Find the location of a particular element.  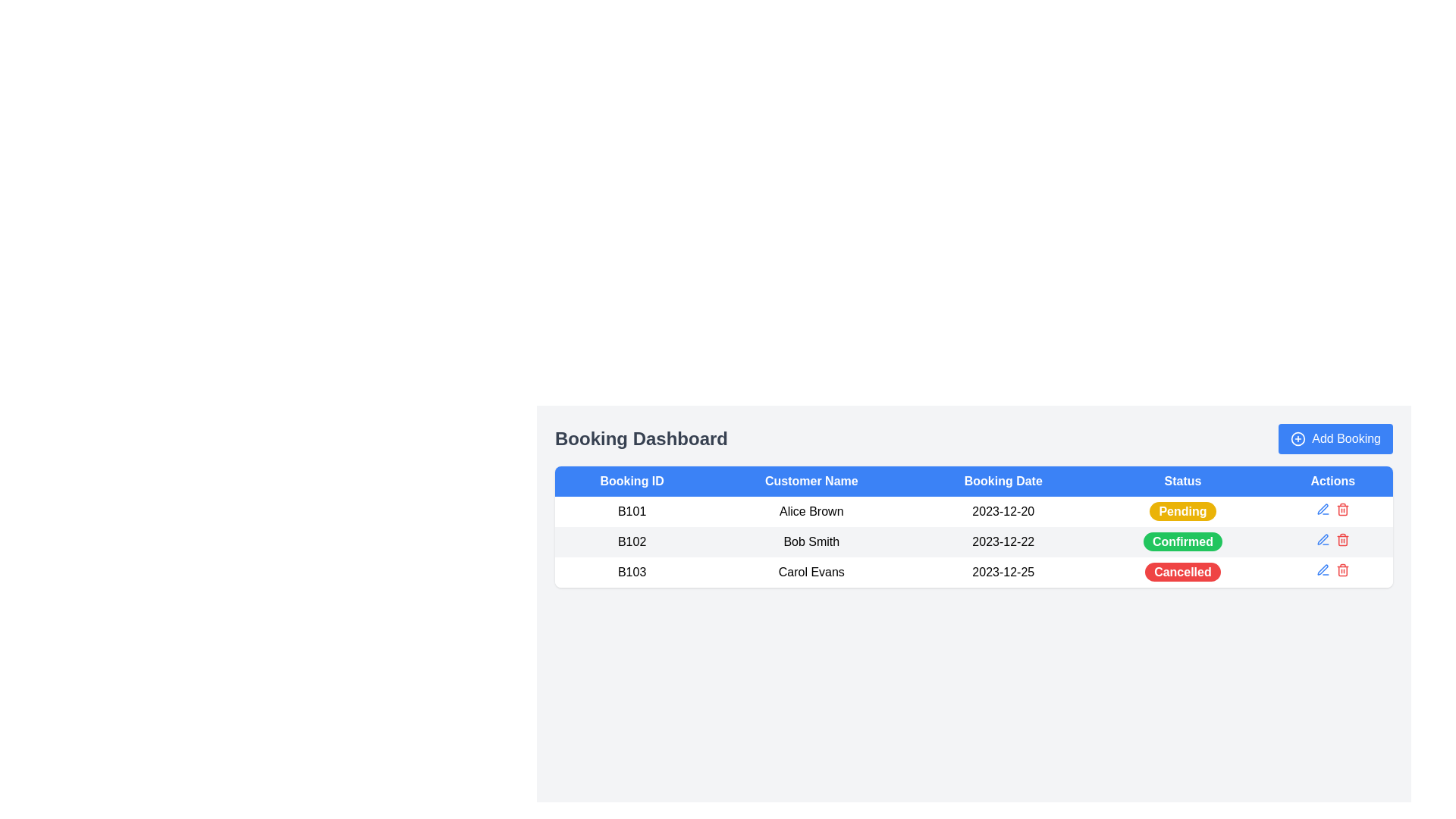

the Icon button with a pen symbol located in the 'Actions' column of the booking dashboard for booking ID 'B101' to enable keyboard navigation is located at coordinates (1322, 509).